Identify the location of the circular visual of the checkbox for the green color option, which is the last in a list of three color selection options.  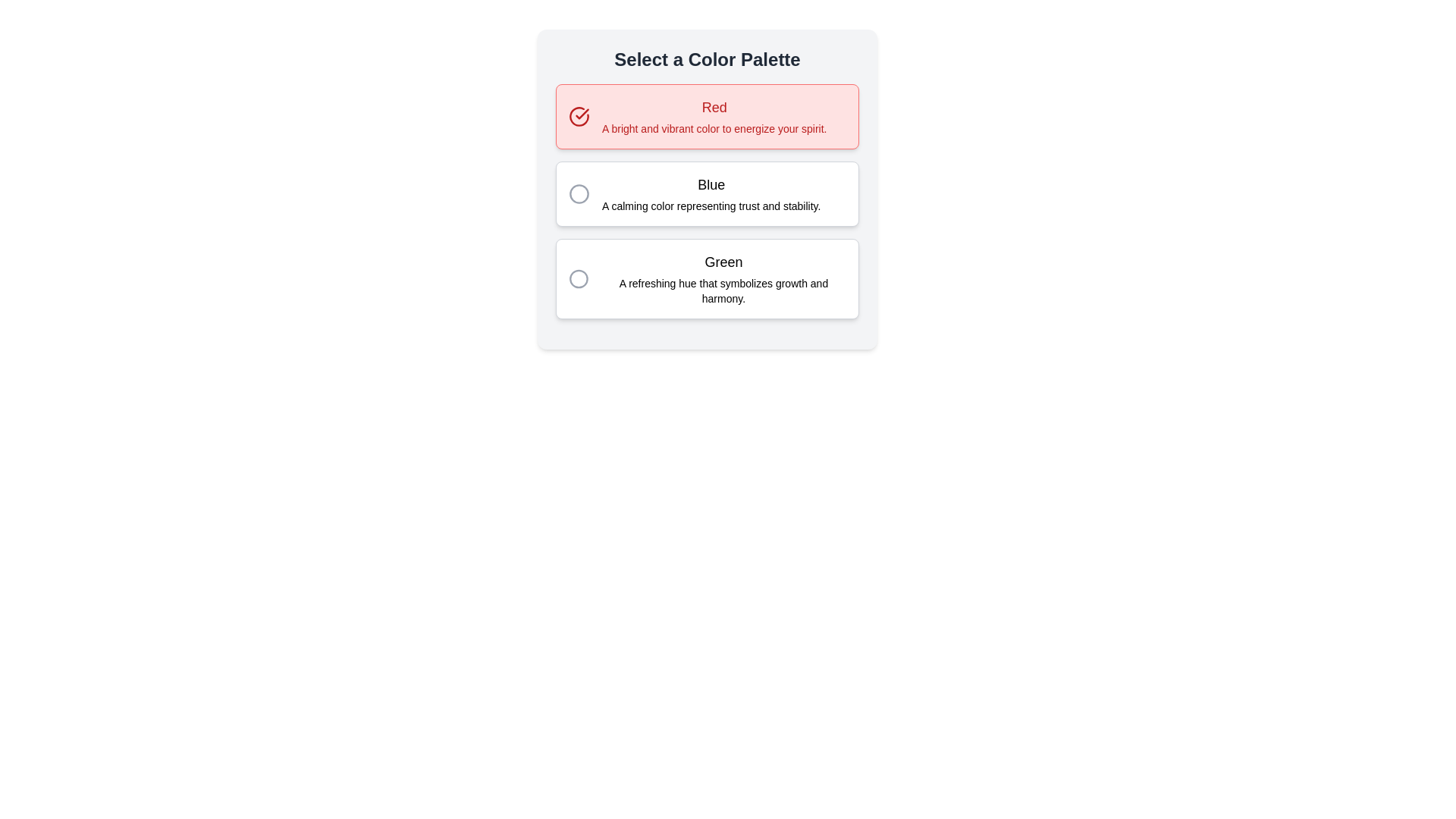
(578, 278).